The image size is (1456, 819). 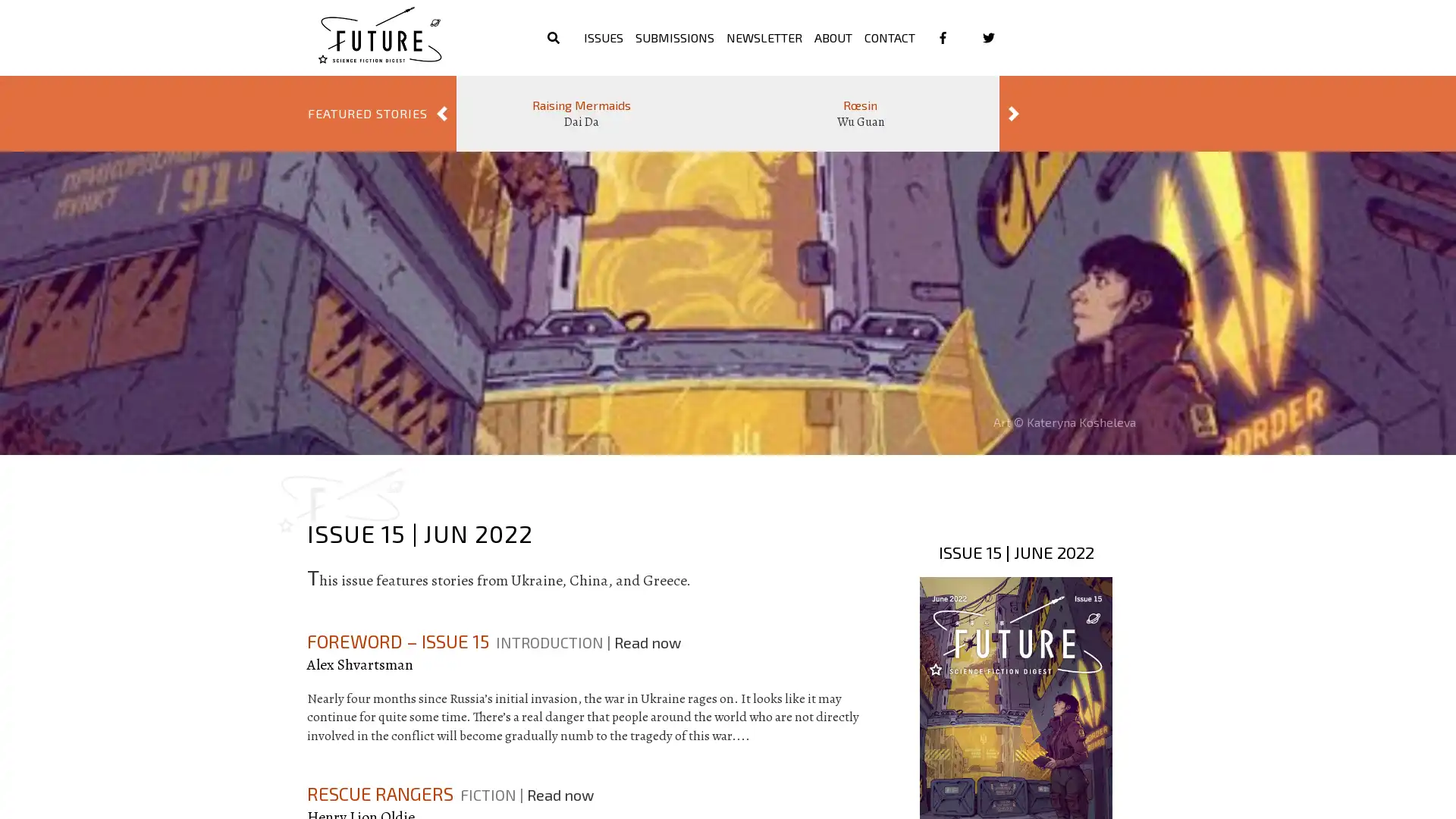 I want to click on Previous, so click(x=441, y=113).